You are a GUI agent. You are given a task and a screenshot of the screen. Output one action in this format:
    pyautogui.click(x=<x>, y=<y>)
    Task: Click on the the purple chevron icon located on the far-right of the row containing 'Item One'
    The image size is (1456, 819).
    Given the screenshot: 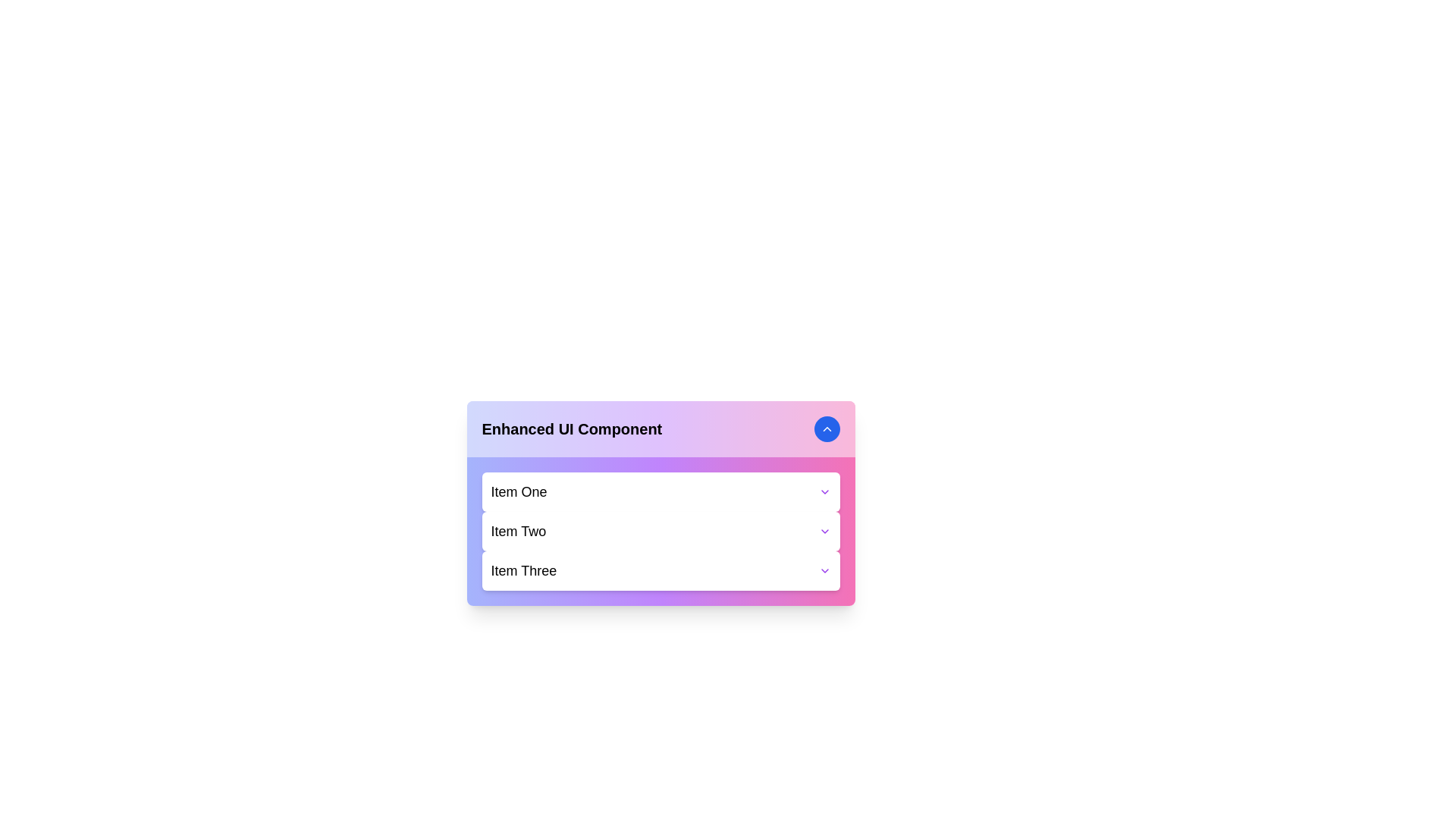 What is the action you would take?
    pyautogui.click(x=824, y=491)
    